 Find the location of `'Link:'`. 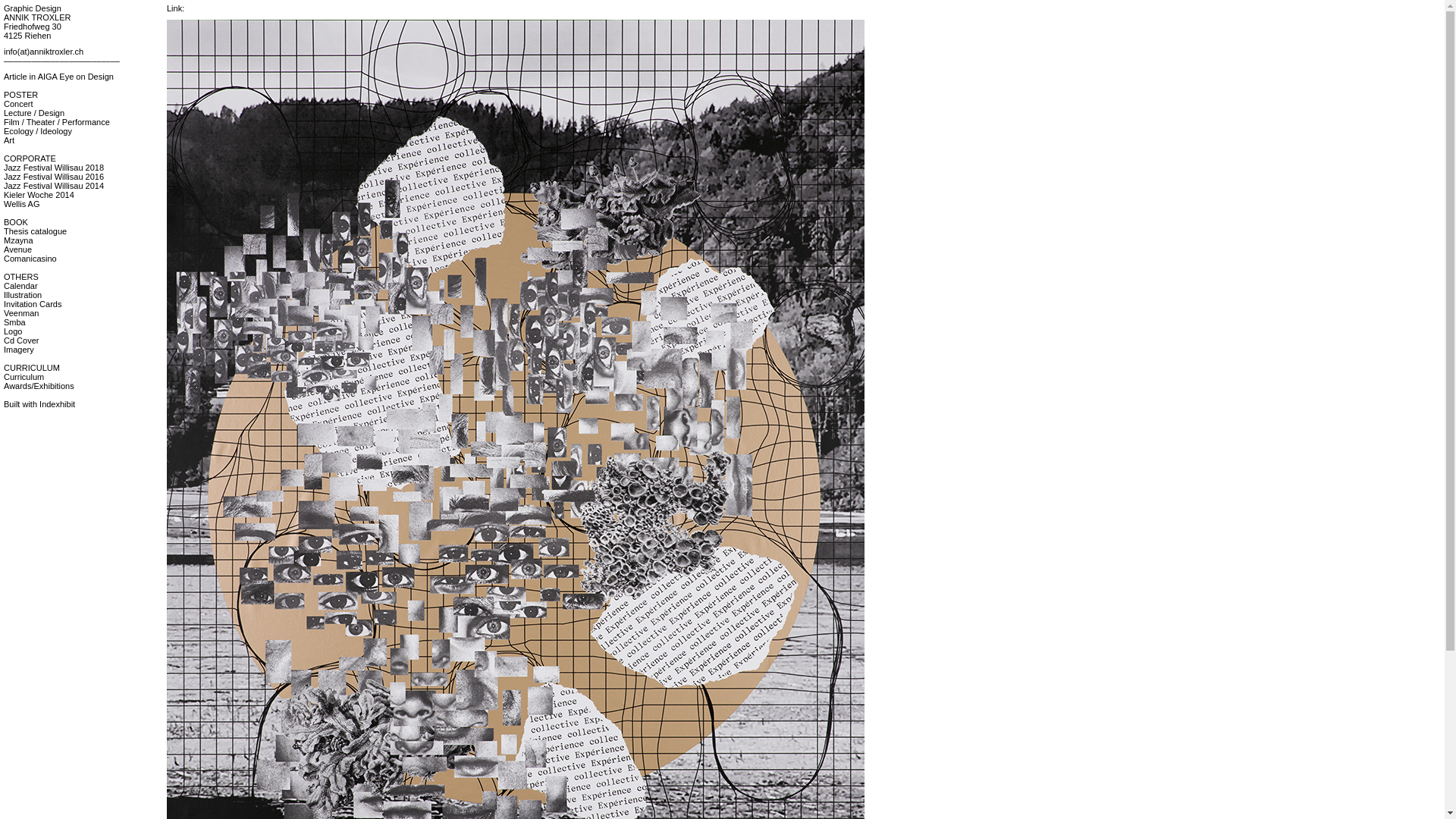

'Link:' is located at coordinates (175, 8).